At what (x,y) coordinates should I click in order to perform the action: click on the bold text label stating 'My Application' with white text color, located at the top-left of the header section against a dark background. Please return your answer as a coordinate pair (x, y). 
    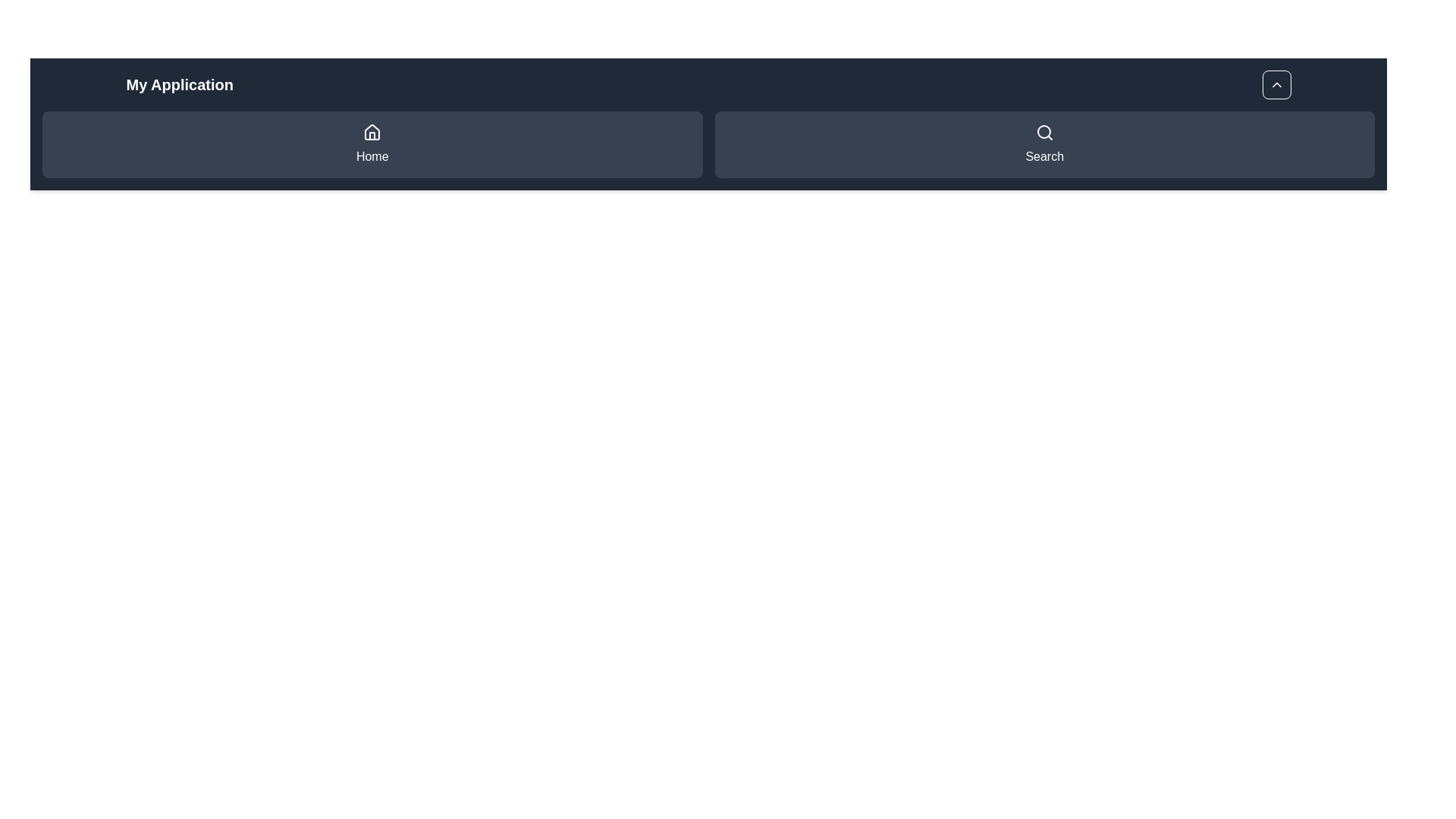
    Looking at the image, I should click on (180, 84).